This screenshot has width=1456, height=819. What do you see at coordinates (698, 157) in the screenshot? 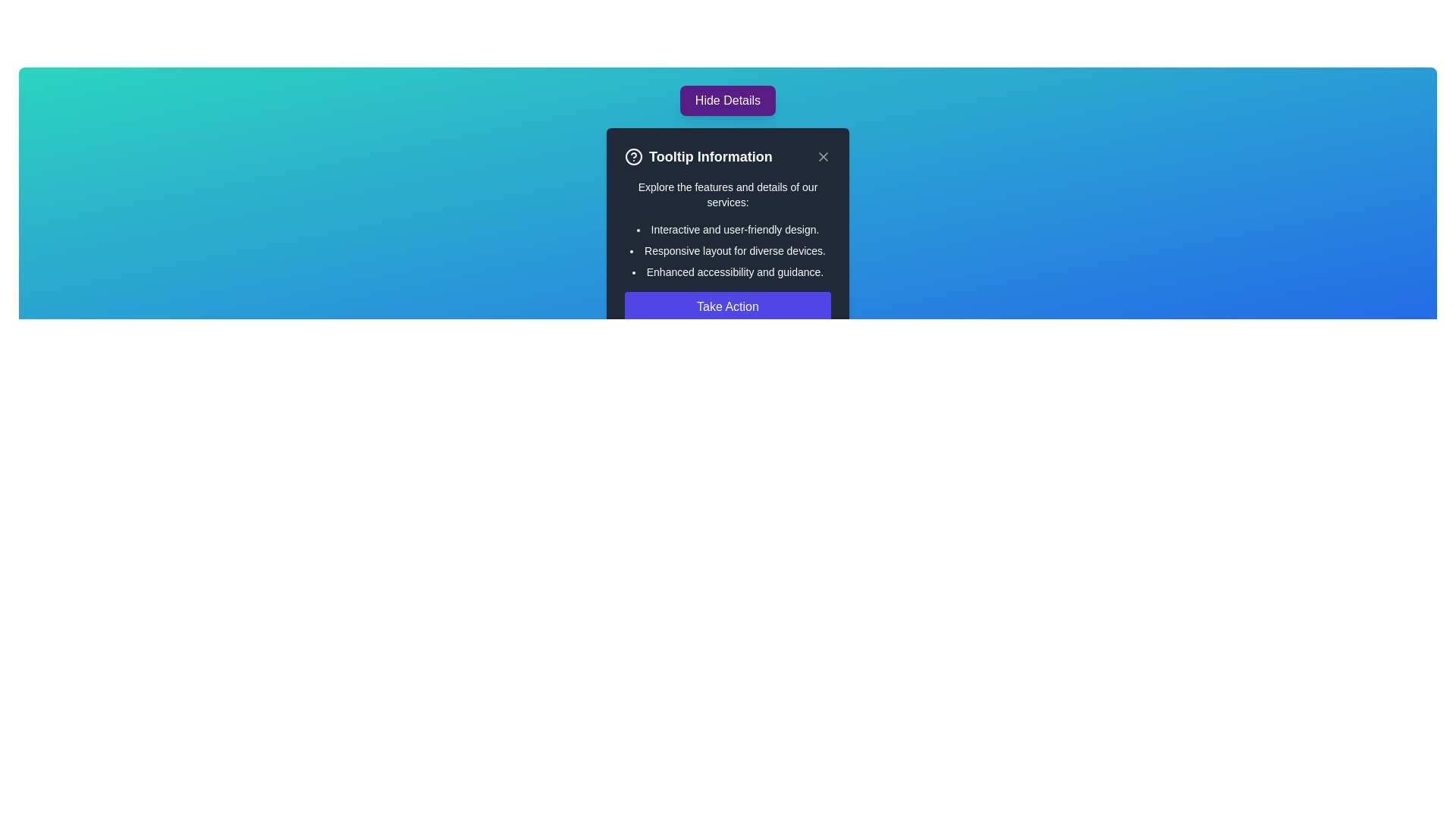
I see `text content from the 'Tooltip Information' text block located in the center top section of the dark-themed popup dialog, which is adjacent to a tooltip icon` at bounding box center [698, 157].